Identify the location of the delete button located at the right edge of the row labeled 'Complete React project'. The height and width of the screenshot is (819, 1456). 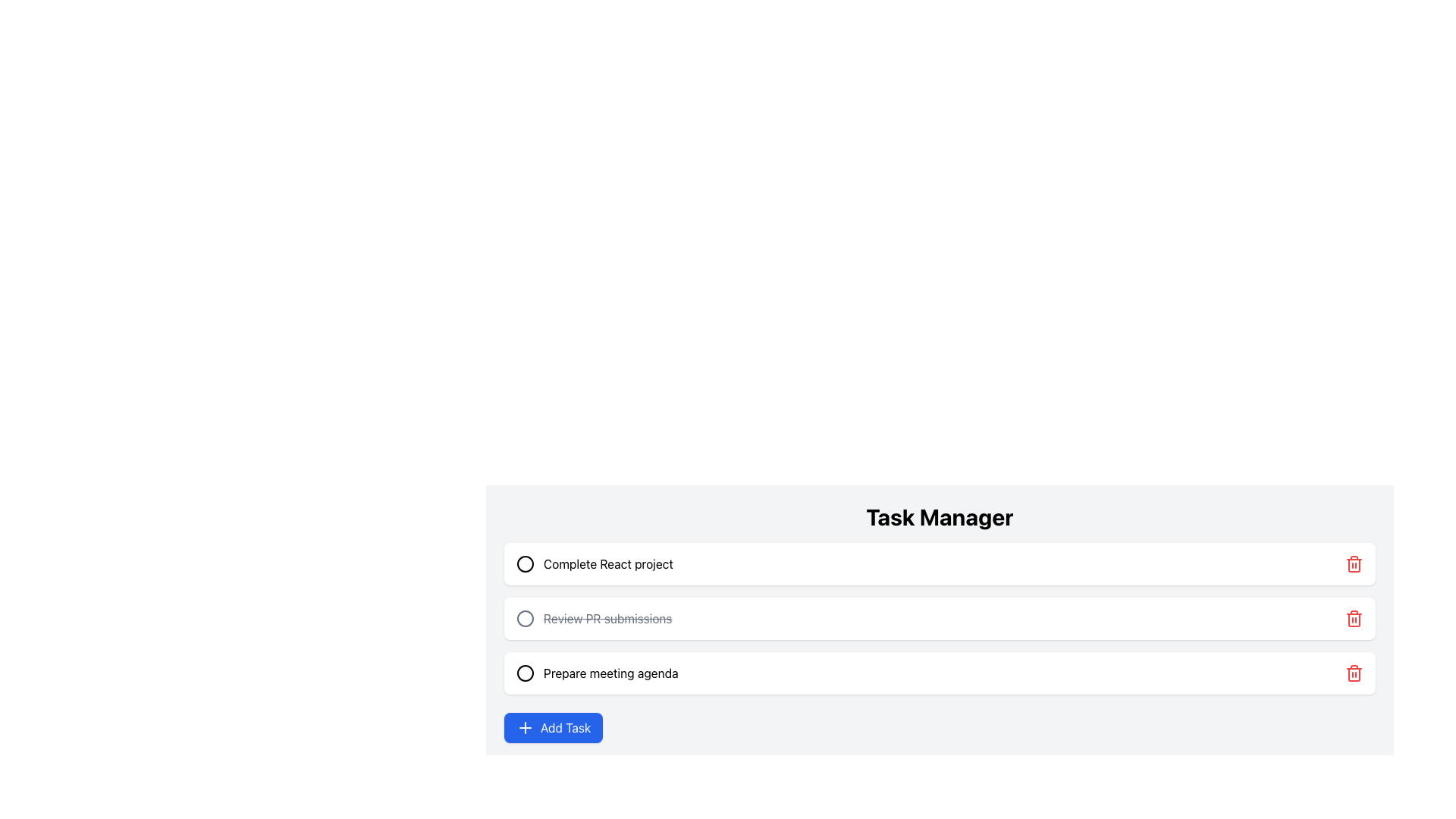
(1354, 564).